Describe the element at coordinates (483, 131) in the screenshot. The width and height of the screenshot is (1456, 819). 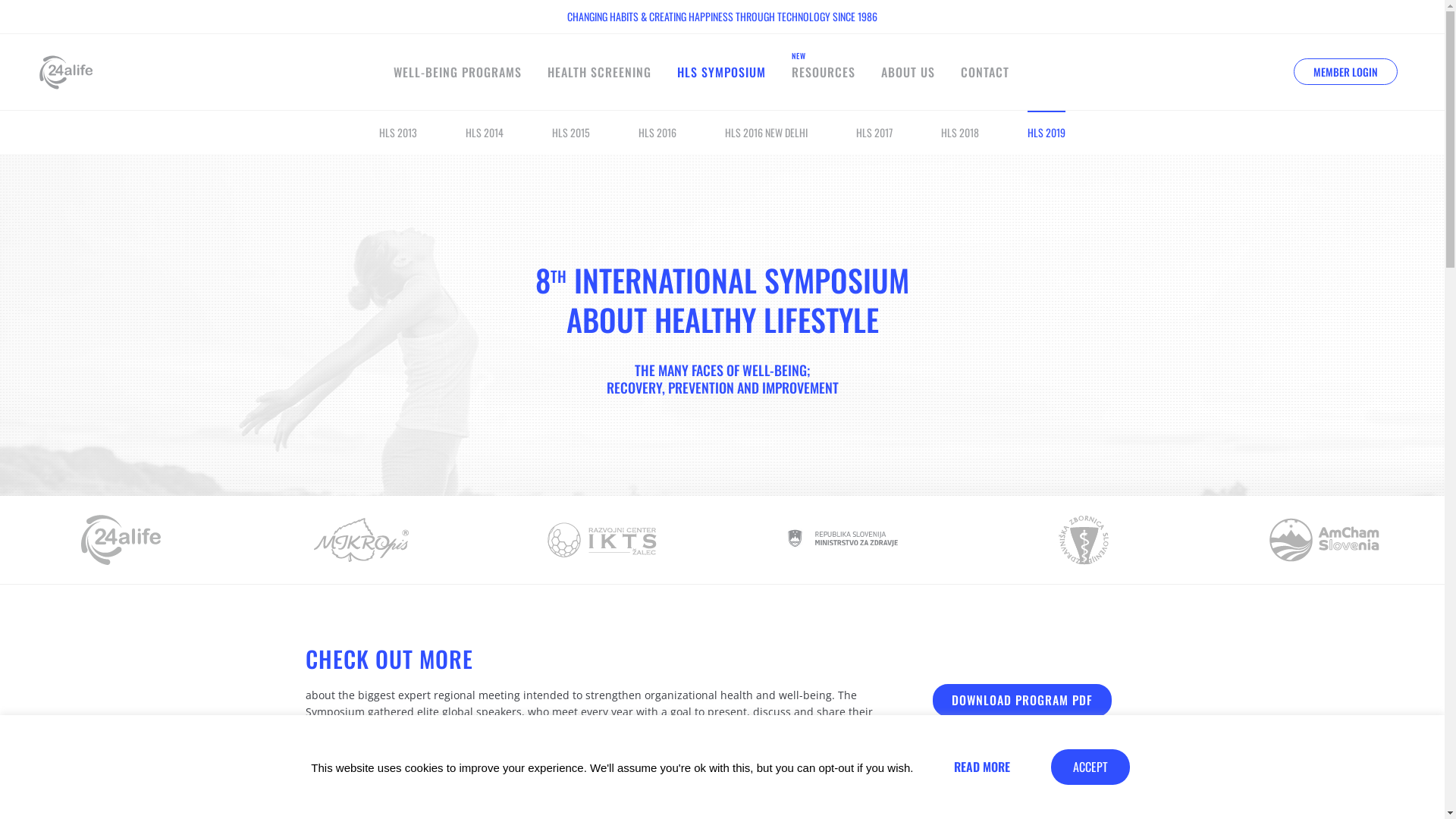
I see `'HLS 2014'` at that location.